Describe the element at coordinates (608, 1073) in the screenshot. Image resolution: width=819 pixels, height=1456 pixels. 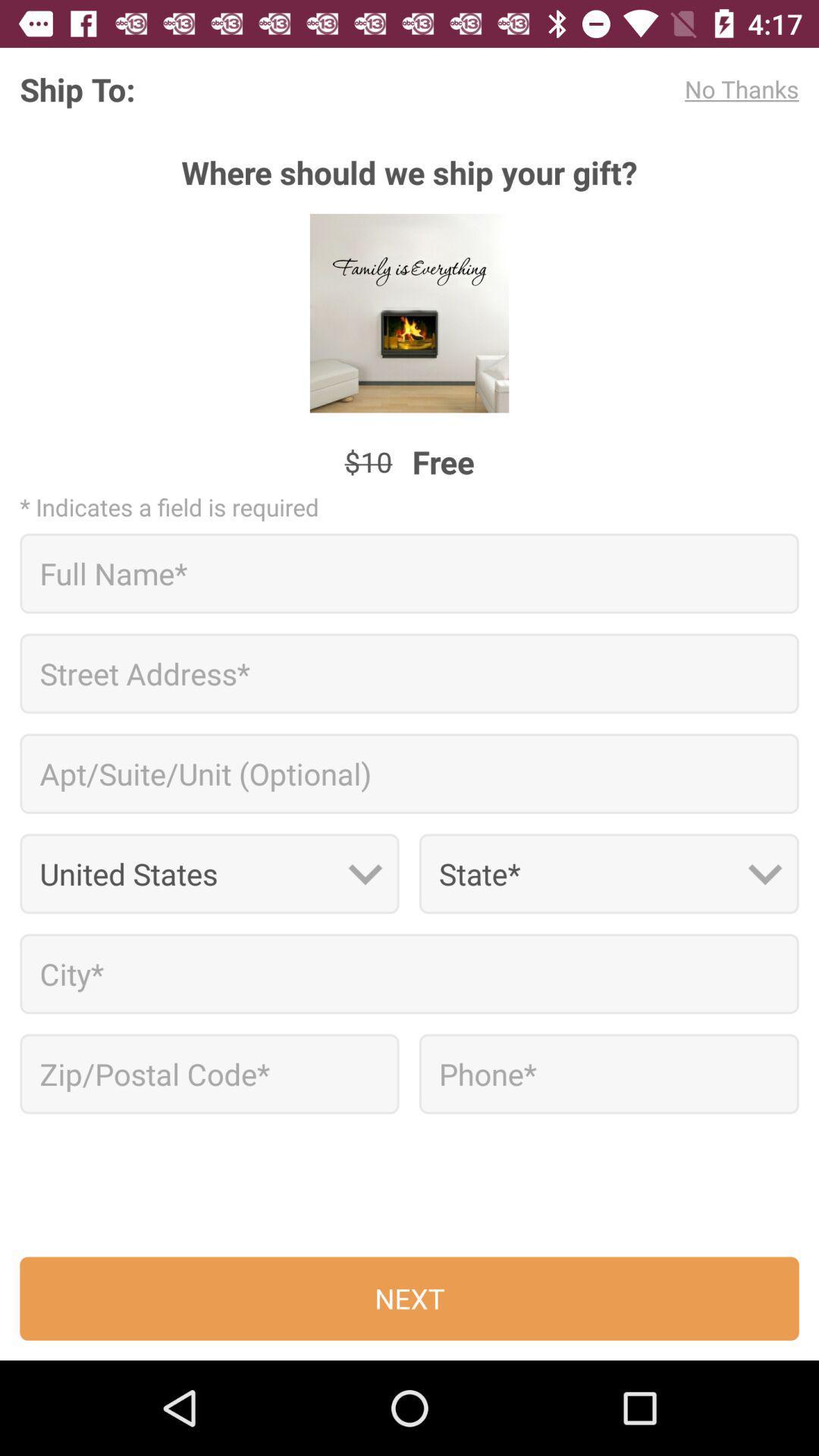
I see `the phone field` at that location.